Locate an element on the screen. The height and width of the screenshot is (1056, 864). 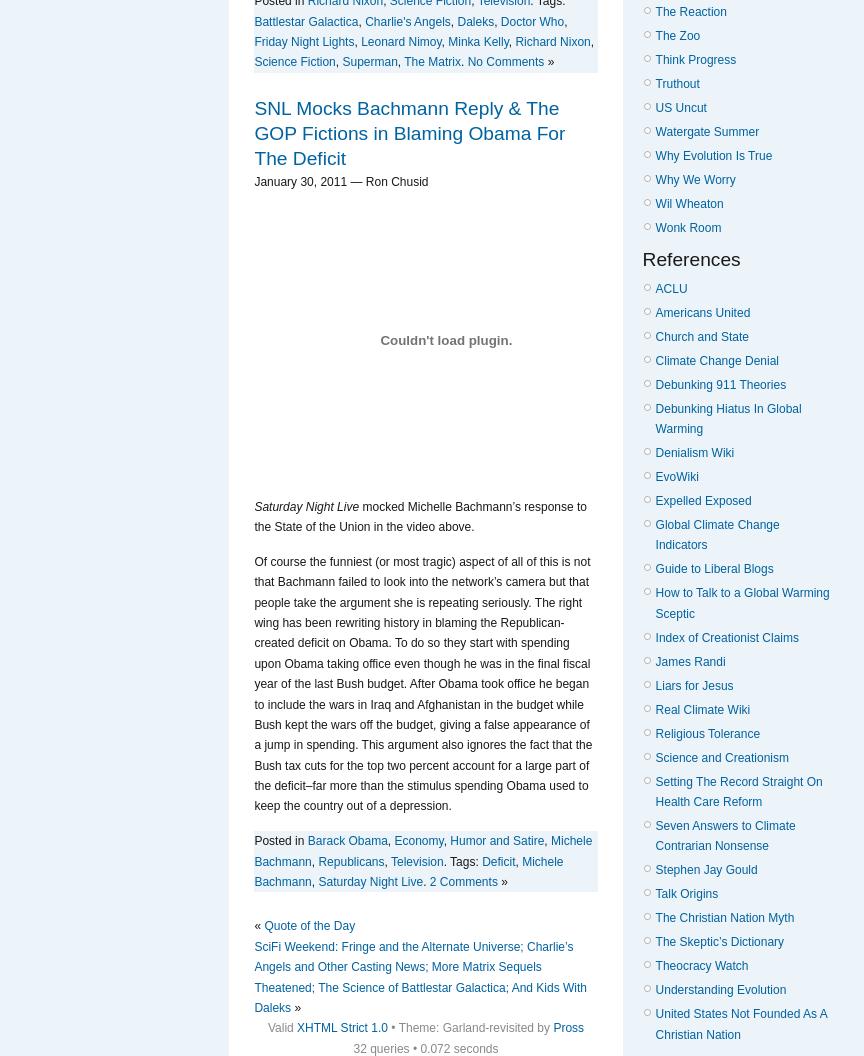
'Global Climate Change Indicators' is located at coordinates (717, 534).